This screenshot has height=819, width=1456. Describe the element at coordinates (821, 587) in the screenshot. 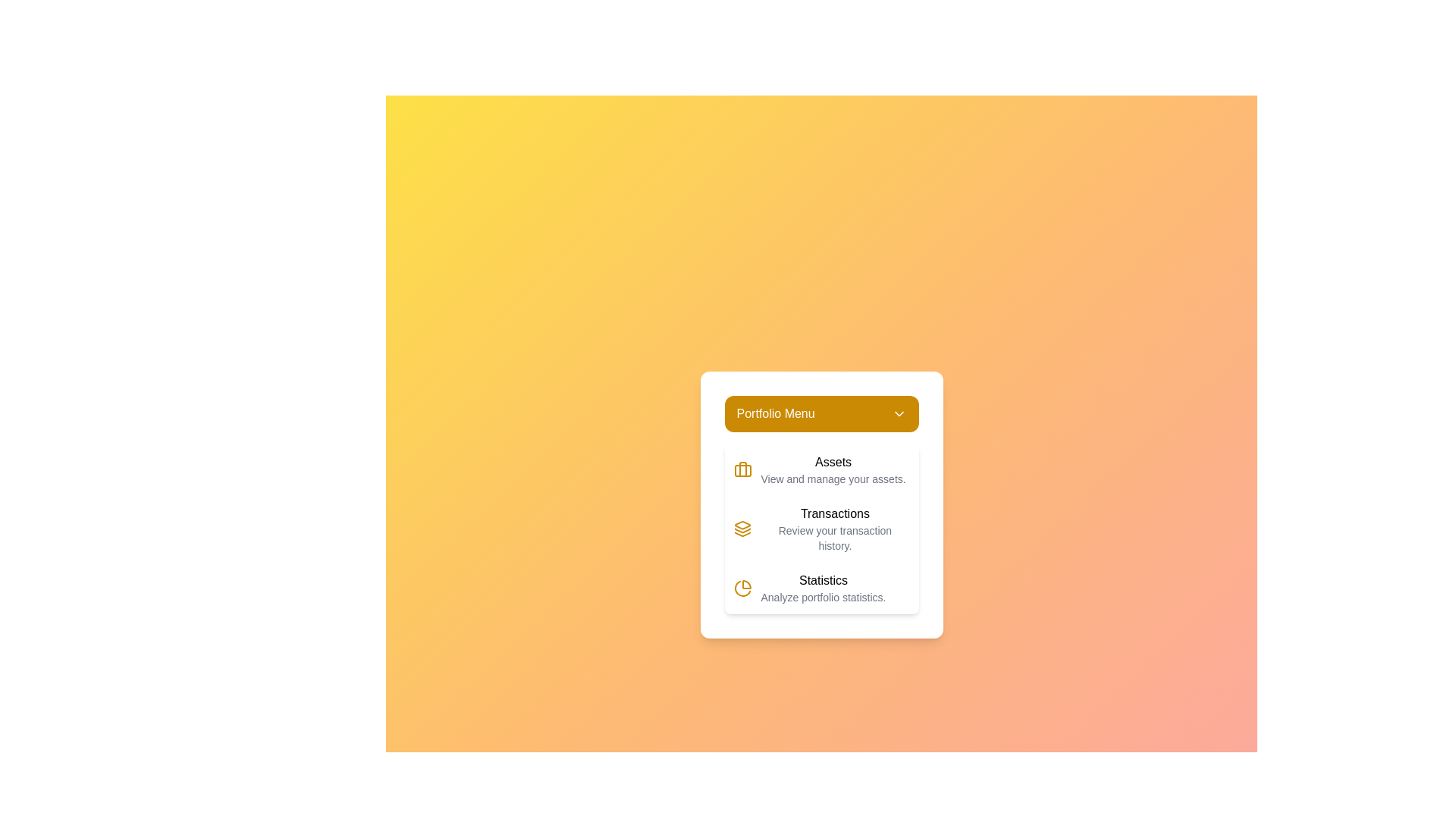

I see `the menu option Statistics from the PortfolioManagerMenu dropdown` at that location.